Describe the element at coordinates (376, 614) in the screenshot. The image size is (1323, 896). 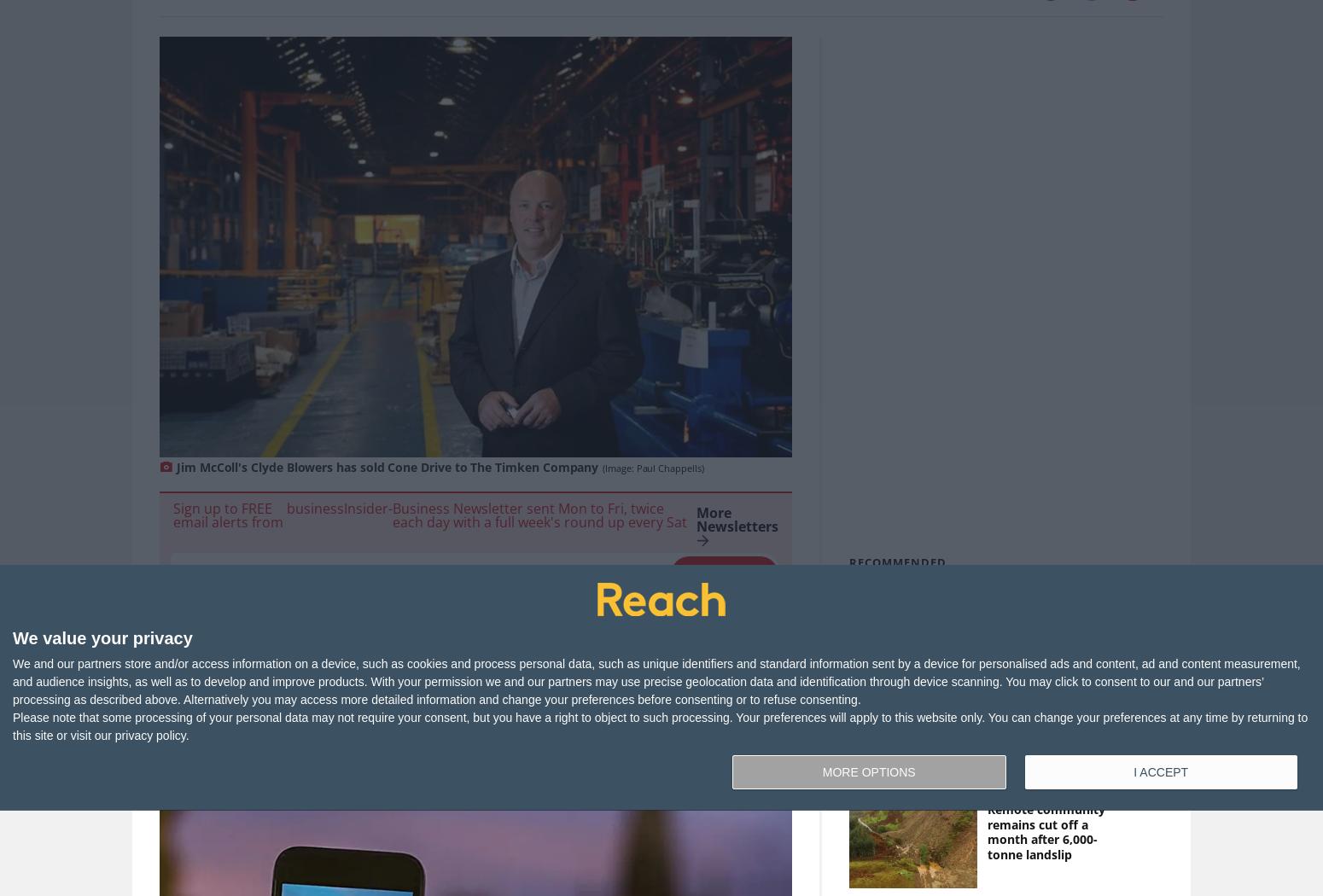
I see `'More info'` at that location.